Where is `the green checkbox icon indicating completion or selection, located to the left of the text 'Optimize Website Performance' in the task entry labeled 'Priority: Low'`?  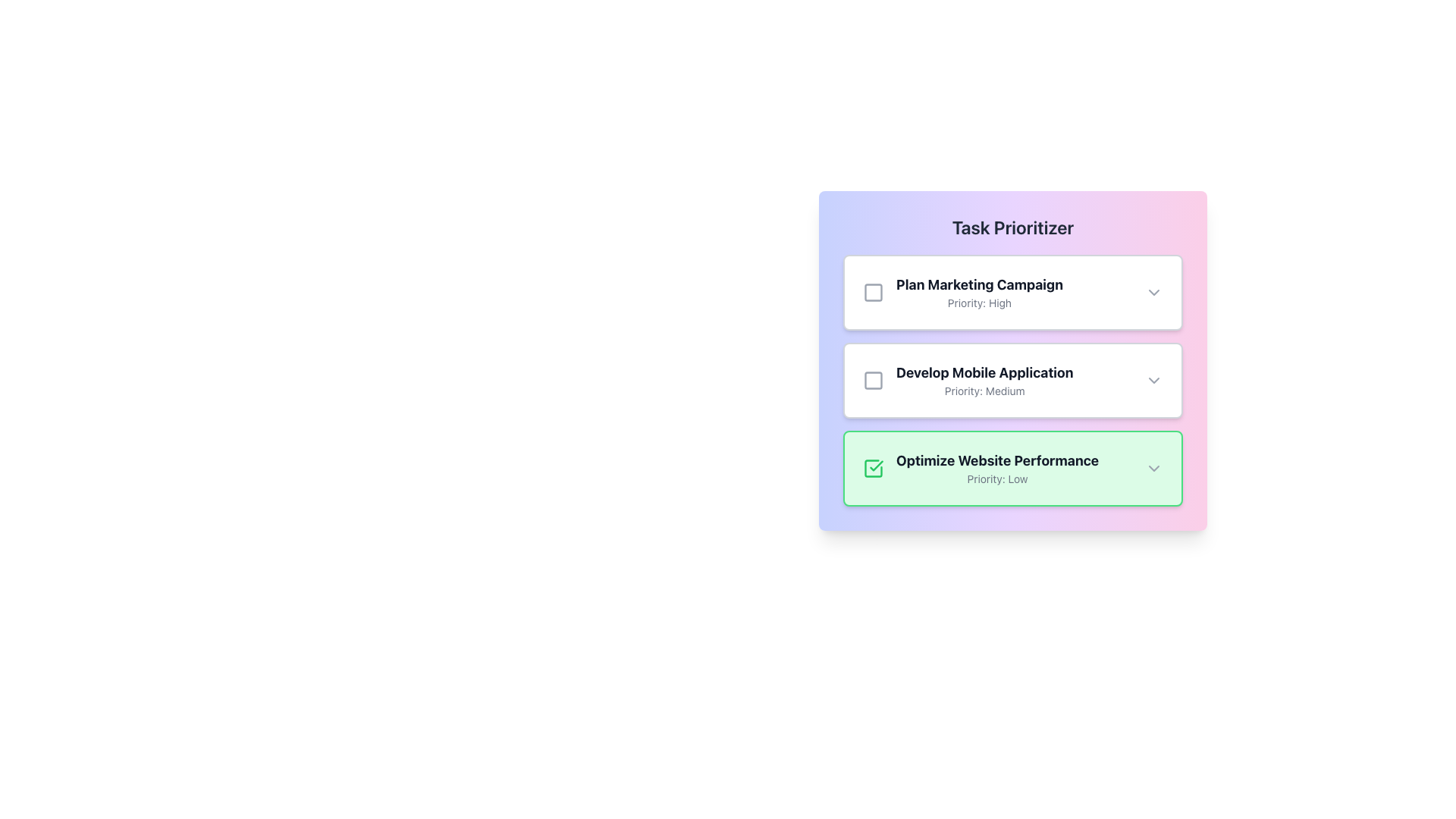
the green checkbox icon indicating completion or selection, located to the left of the text 'Optimize Website Performance' in the task entry labeled 'Priority: Low' is located at coordinates (874, 467).